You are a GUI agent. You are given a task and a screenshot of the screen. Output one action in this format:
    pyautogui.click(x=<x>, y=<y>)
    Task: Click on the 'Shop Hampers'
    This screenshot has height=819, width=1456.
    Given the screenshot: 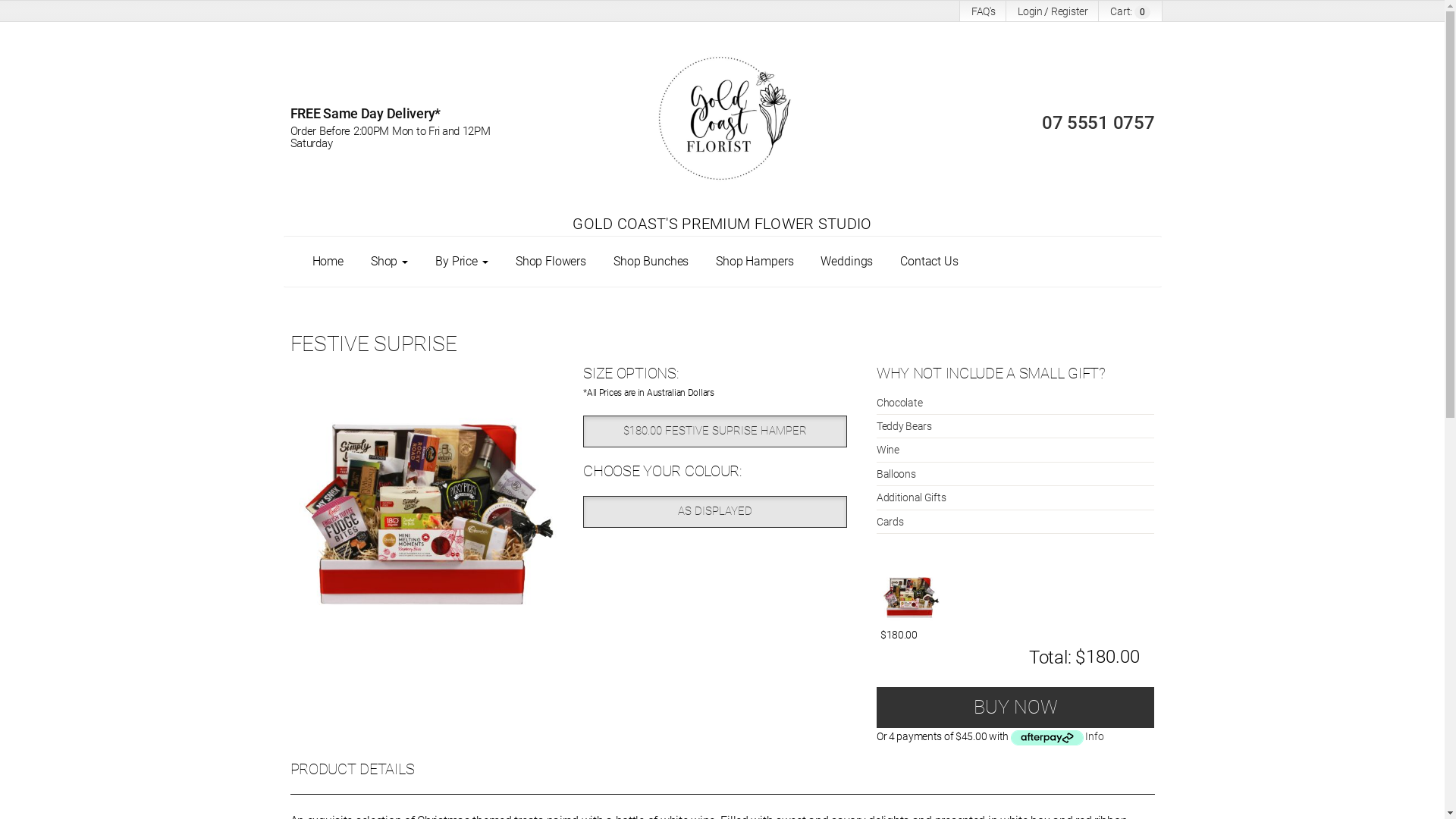 What is the action you would take?
    pyautogui.click(x=754, y=260)
    